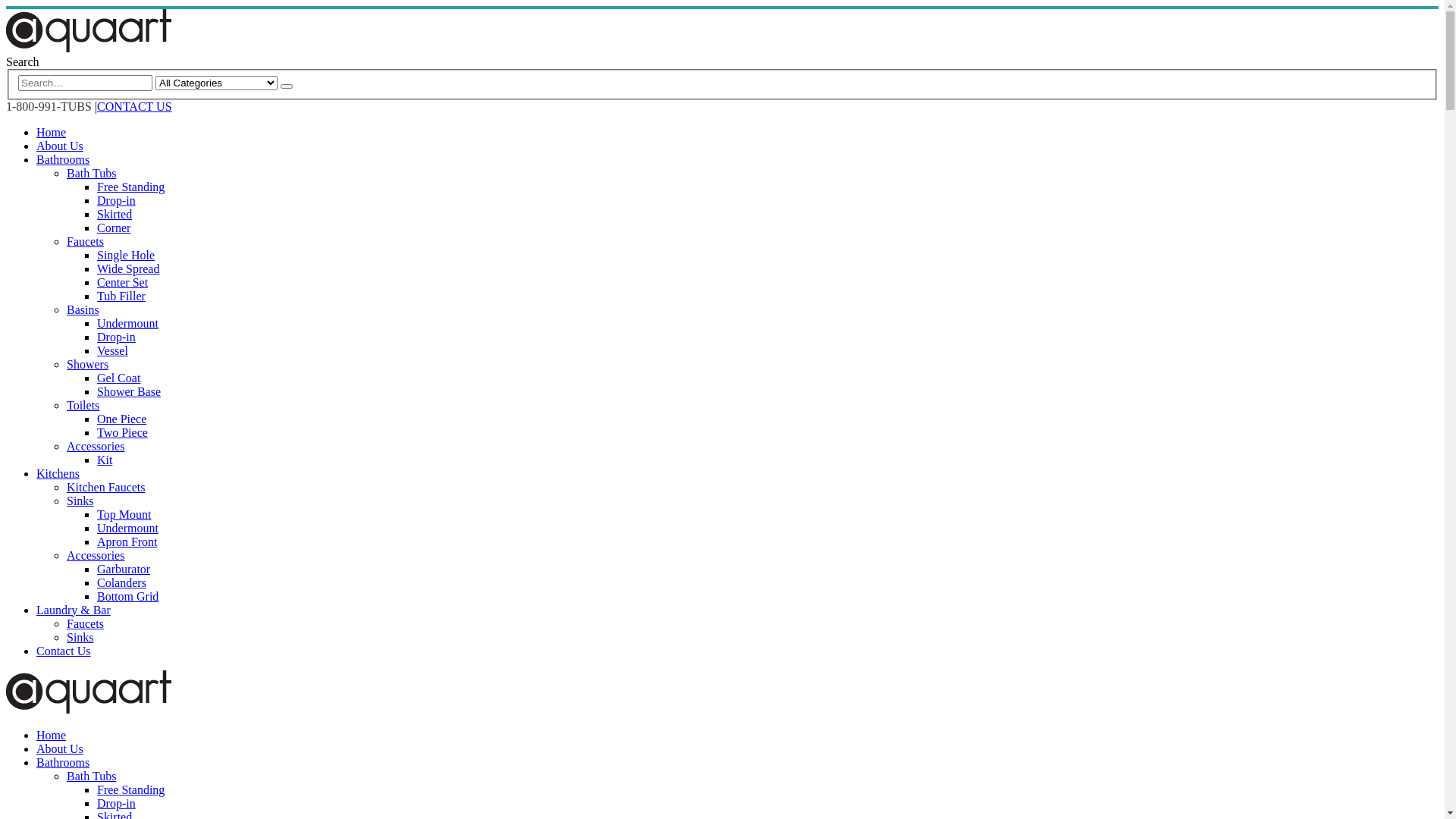 The width and height of the screenshot is (1456, 819). Describe the element at coordinates (96, 350) in the screenshot. I see `'Vessel'` at that location.